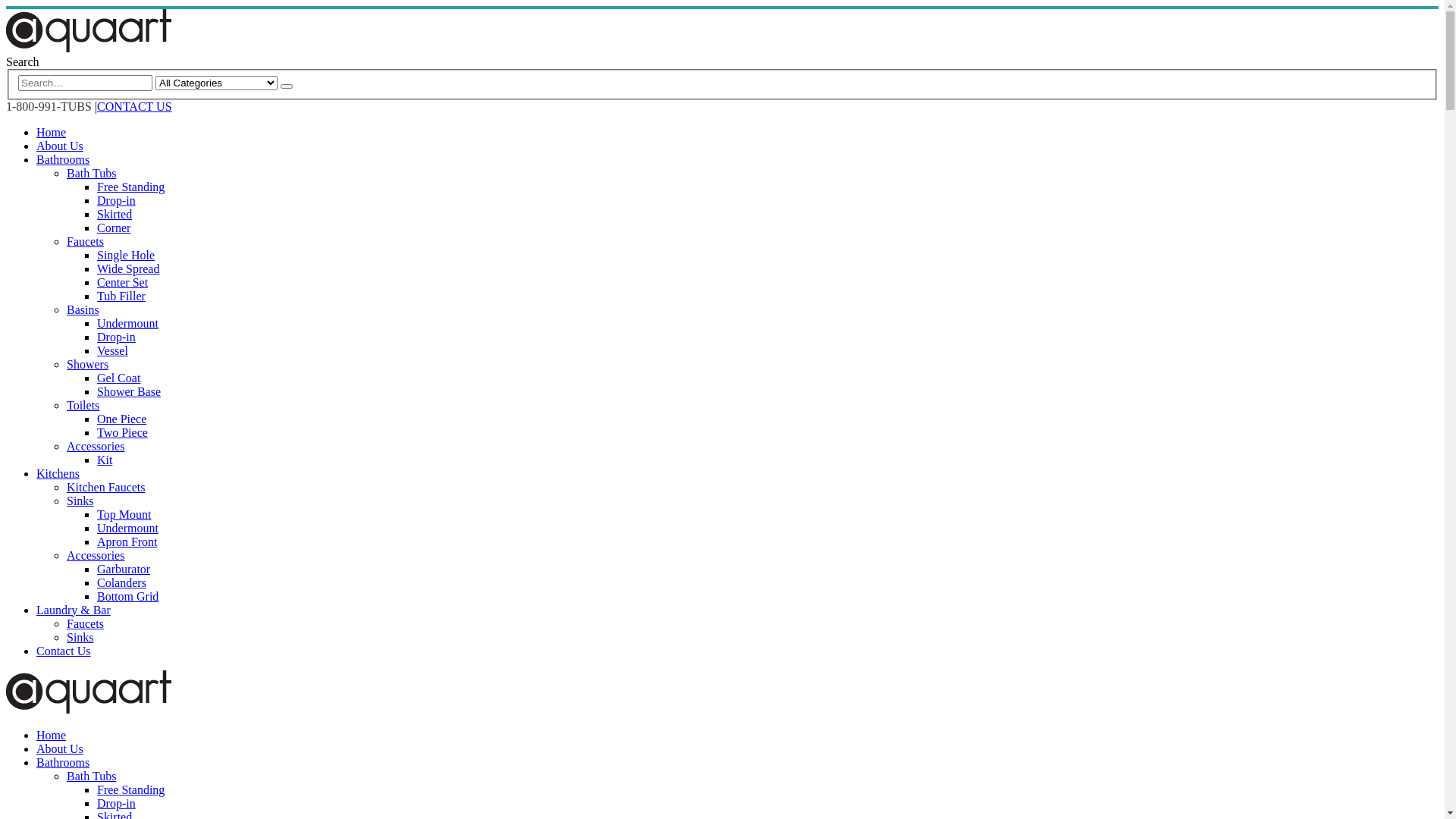 The width and height of the screenshot is (1456, 819). Describe the element at coordinates (96, 350) in the screenshot. I see `'Vessel'` at that location.